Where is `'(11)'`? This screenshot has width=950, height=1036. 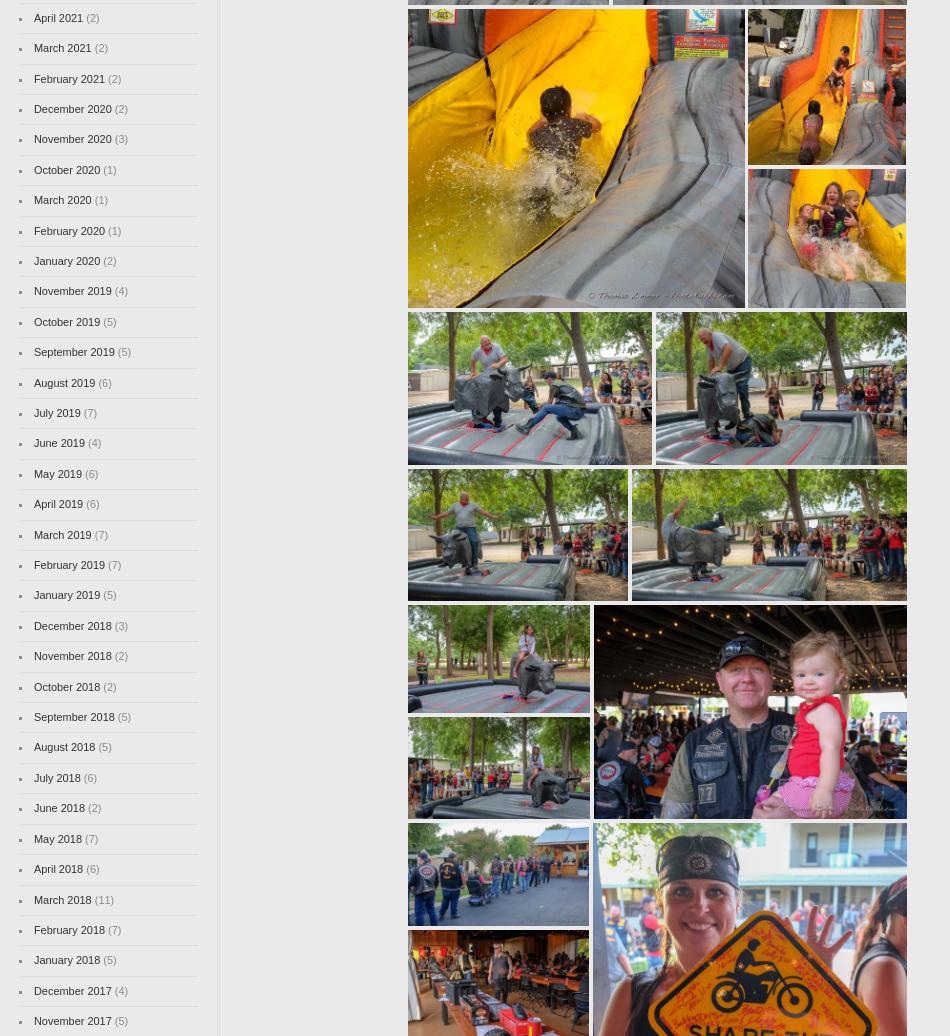
'(11)' is located at coordinates (102, 899).